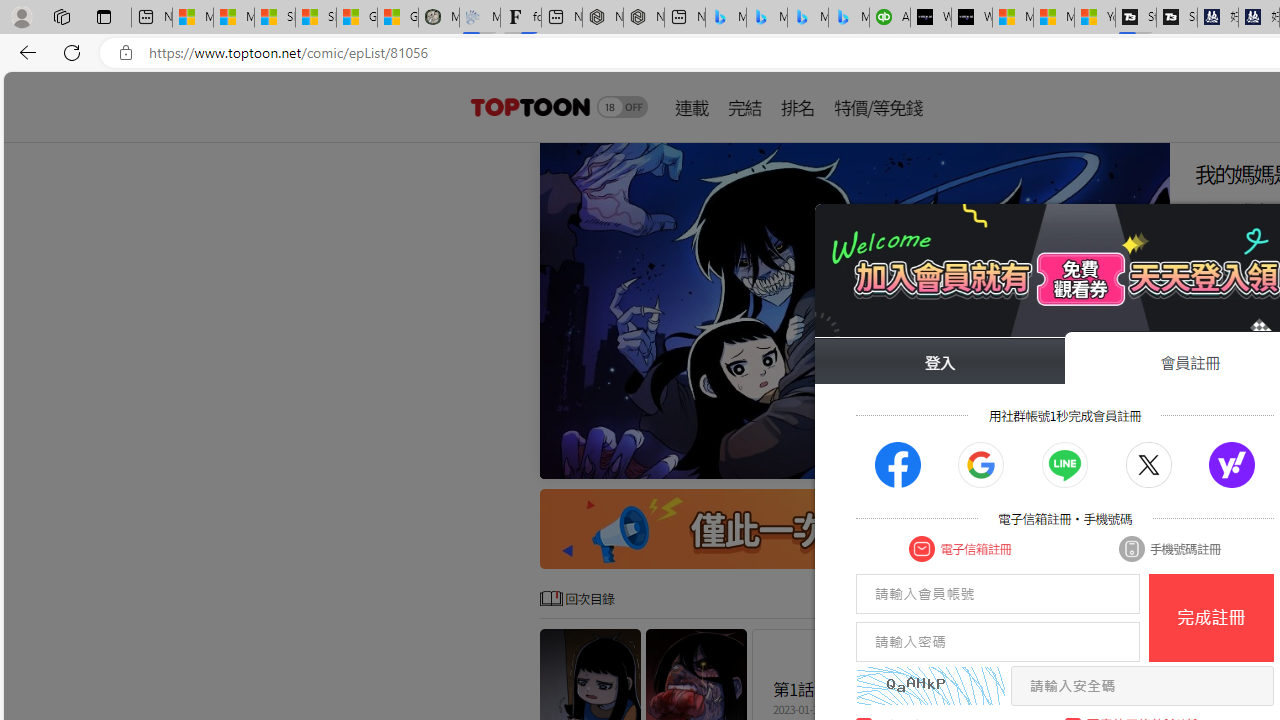 The width and height of the screenshot is (1280, 720). What do you see at coordinates (855, 311) in the screenshot?
I see `'Class: swiper-slide swiper-slide-active'` at bounding box center [855, 311].